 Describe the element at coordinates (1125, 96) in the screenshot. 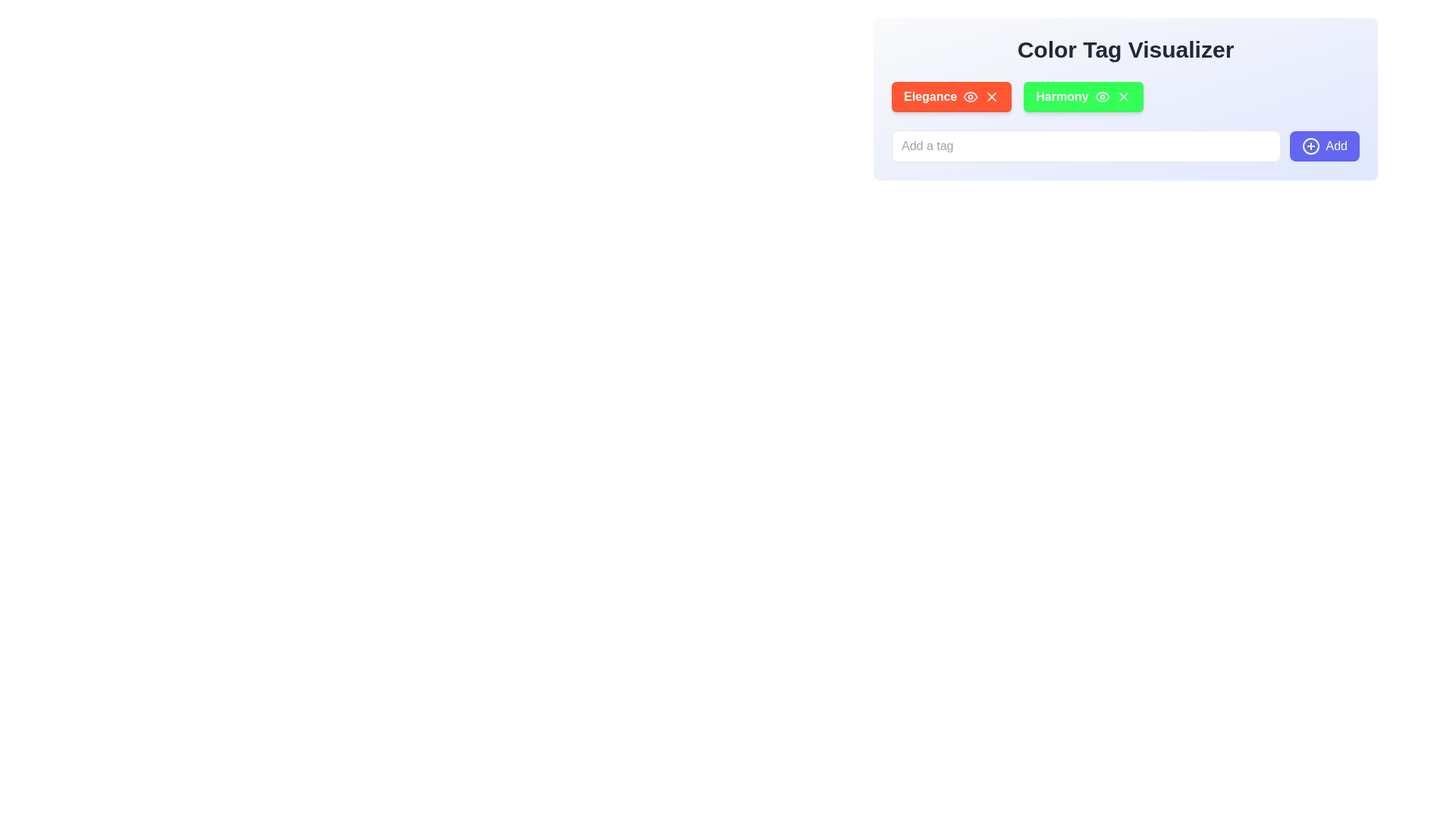

I see `the interactive buttons in the Tag display element located beneath the 'Color Tag Visualizer' title` at that location.